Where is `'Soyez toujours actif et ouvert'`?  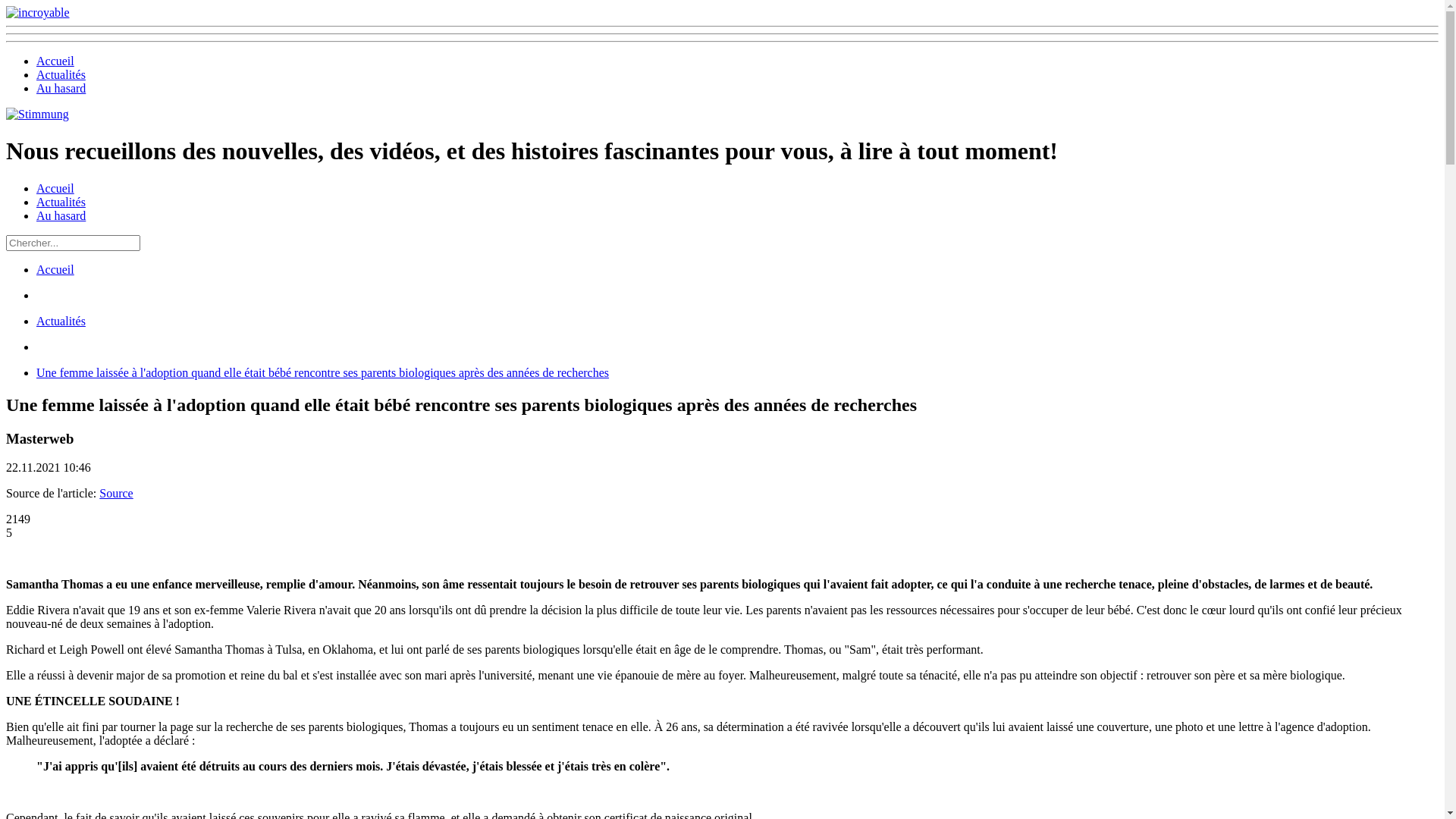 'Soyez toujours actif et ouvert' is located at coordinates (37, 113).